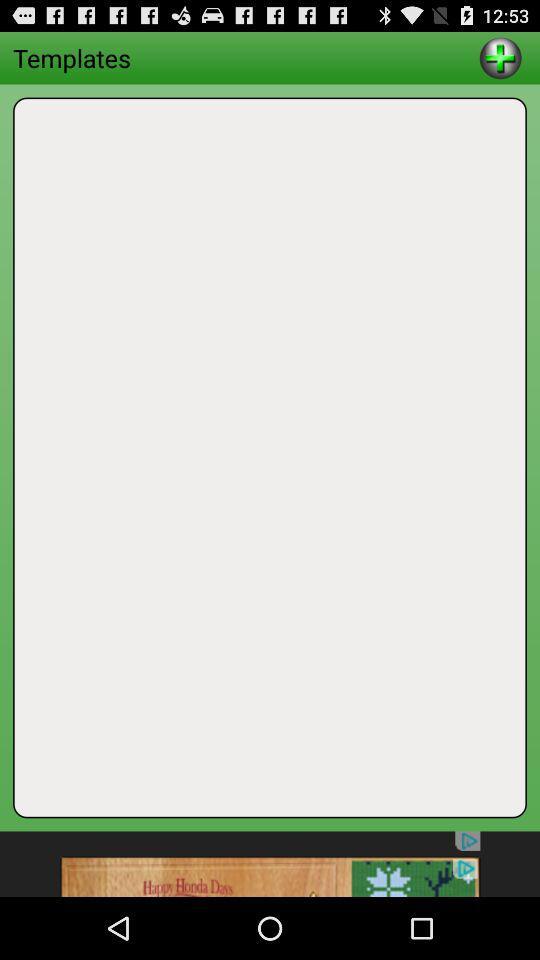  What do you see at coordinates (270, 863) in the screenshot?
I see `click advertisement` at bounding box center [270, 863].